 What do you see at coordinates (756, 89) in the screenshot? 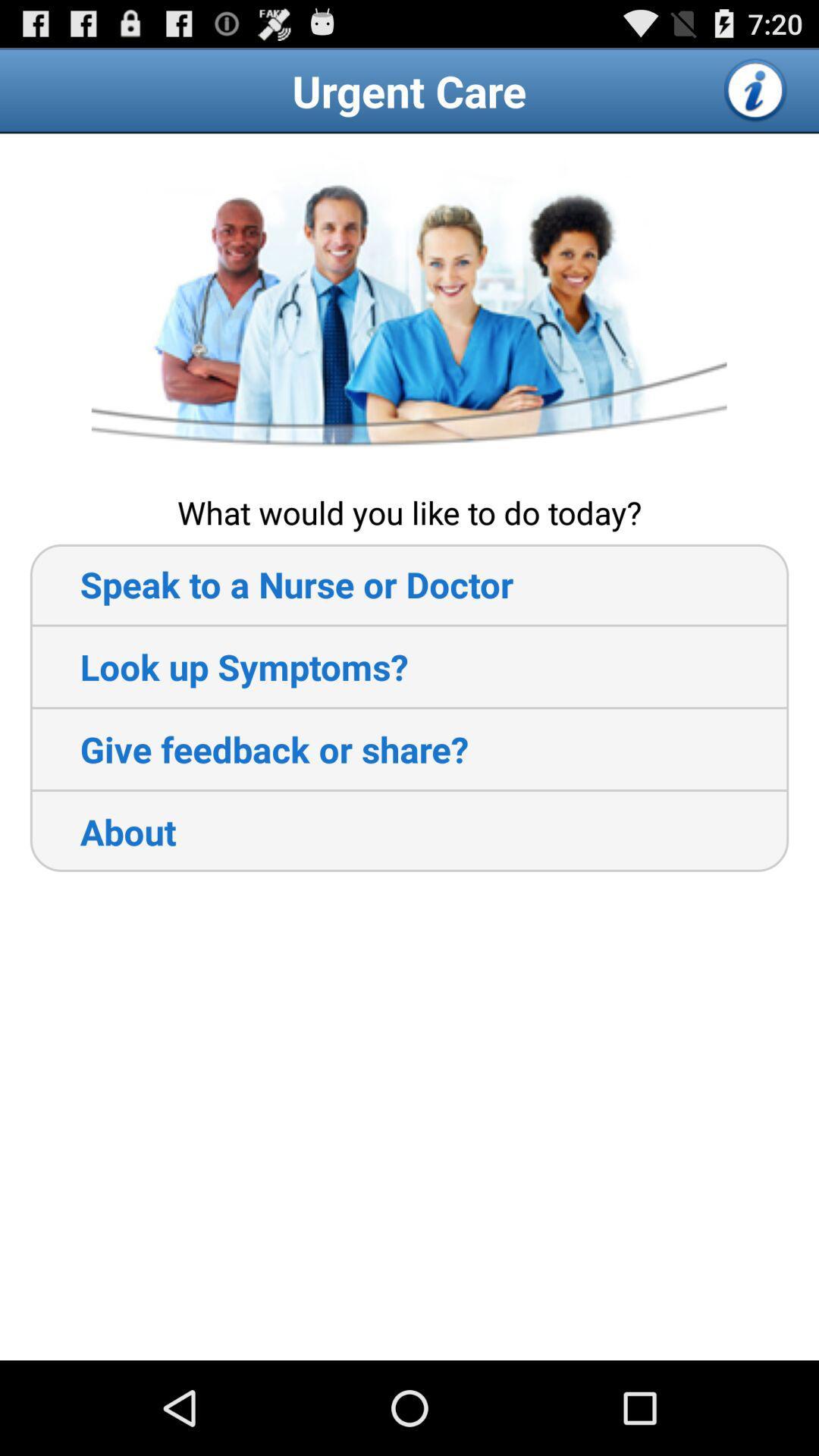
I see `find more information` at bounding box center [756, 89].